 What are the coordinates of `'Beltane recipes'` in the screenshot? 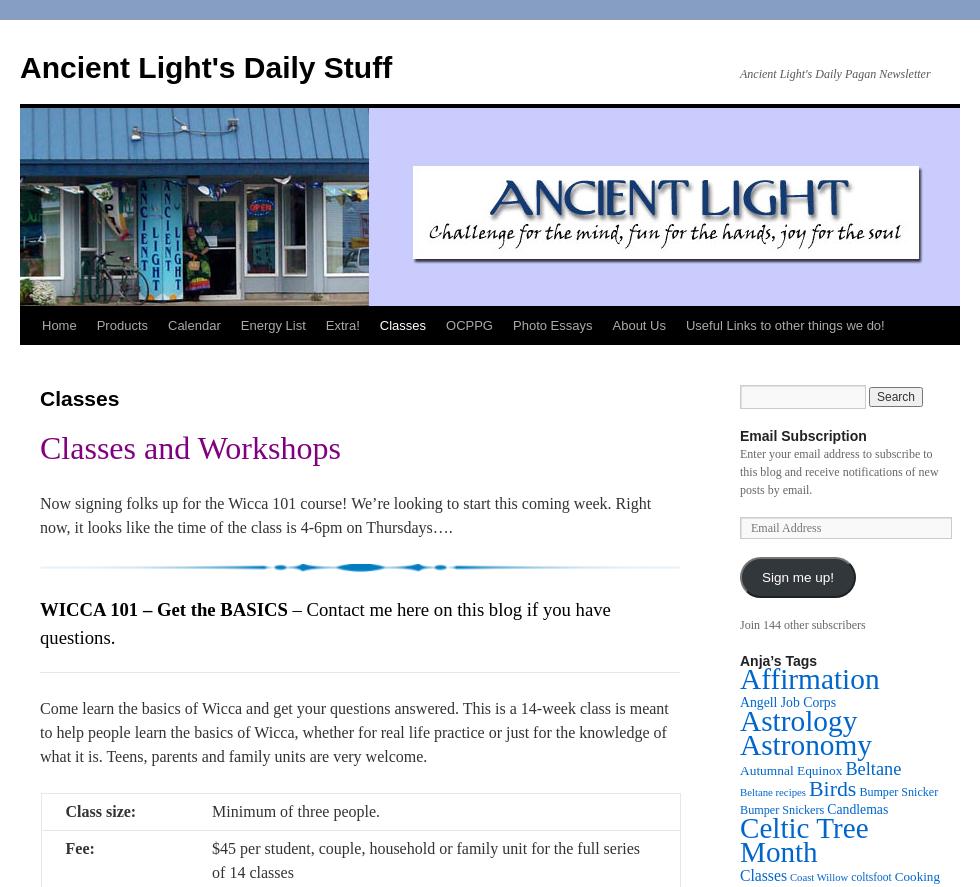 It's located at (772, 792).